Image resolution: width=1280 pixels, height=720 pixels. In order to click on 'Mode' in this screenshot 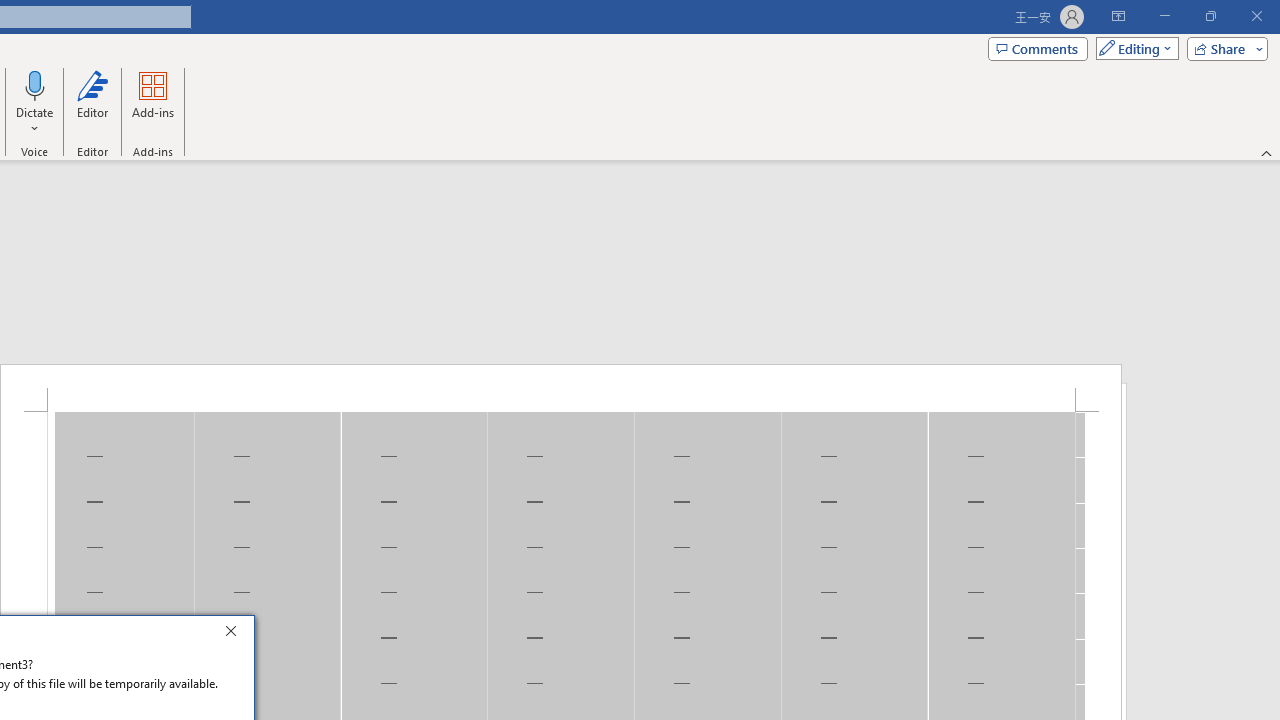, I will do `click(1133, 47)`.